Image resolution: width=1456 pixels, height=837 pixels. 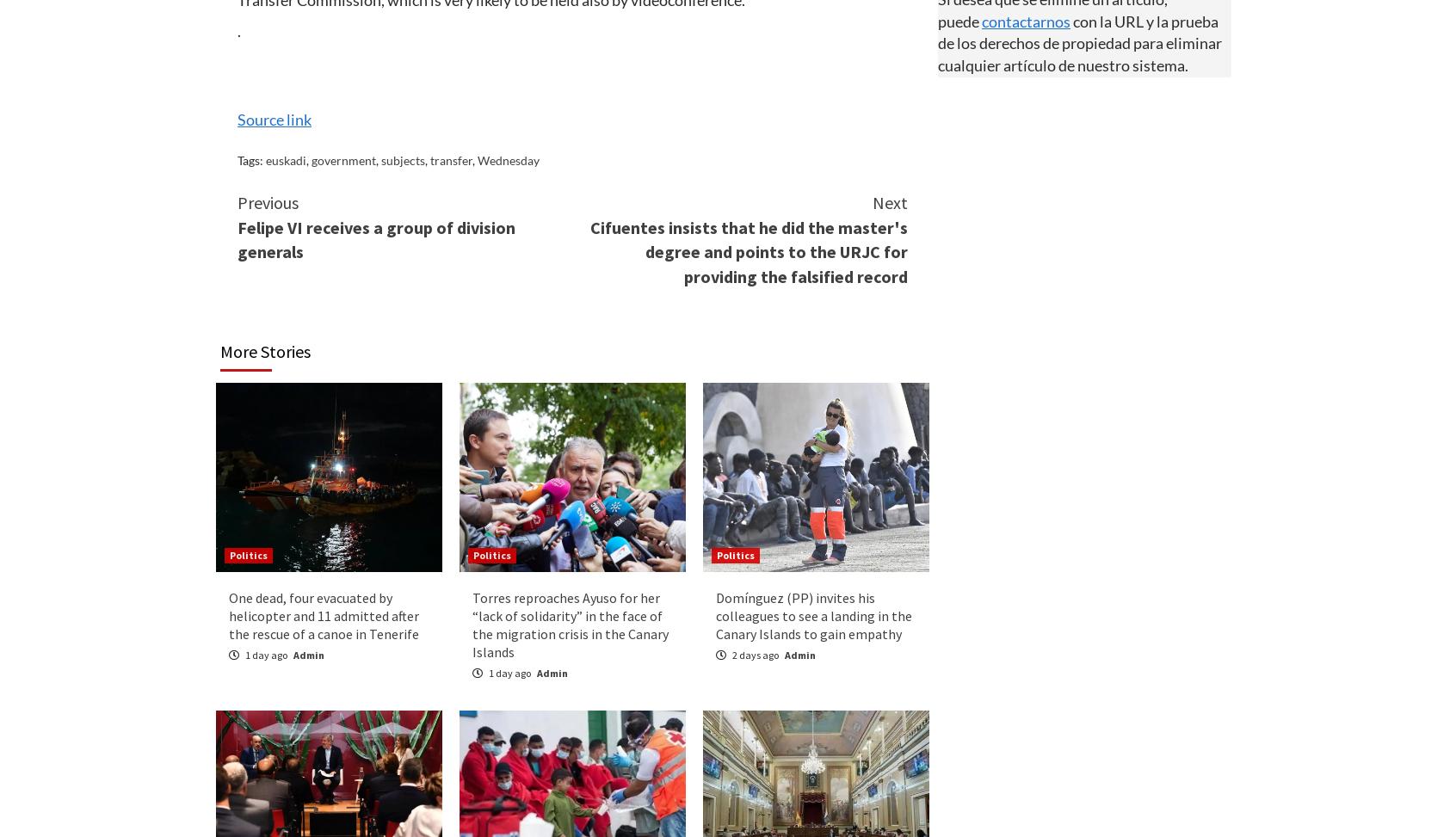 What do you see at coordinates (238, 30) in the screenshot?
I see `'.'` at bounding box center [238, 30].